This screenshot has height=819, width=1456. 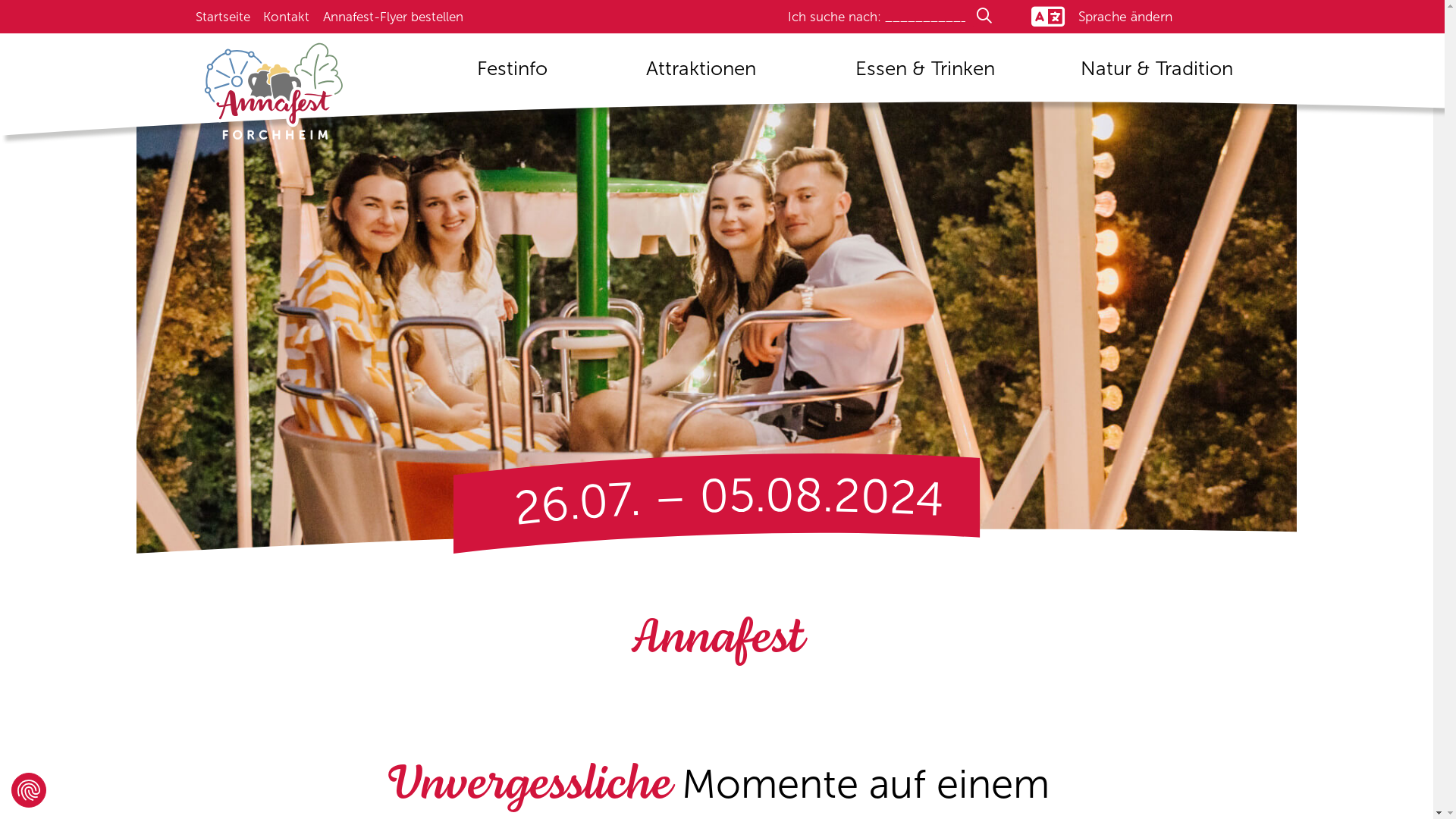 What do you see at coordinates (393, 17) in the screenshot?
I see `'Annafest-Flyer bestellen'` at bounding box center [393, 17].